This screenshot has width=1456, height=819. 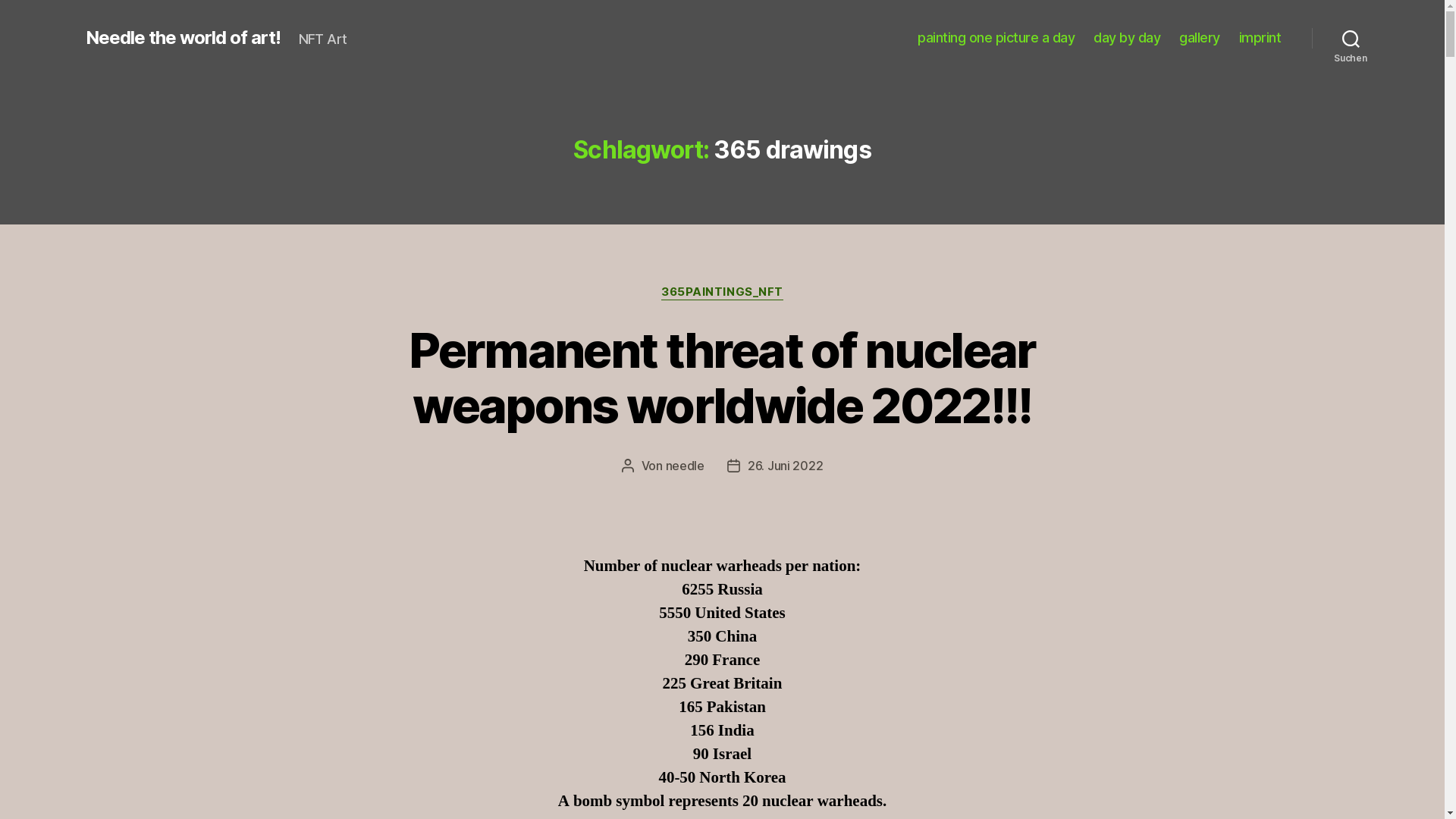 What do you see at coordinates (996, 37) in the screenshot?
I see `'painting one picture a day'` at bounding box center [996, 37].